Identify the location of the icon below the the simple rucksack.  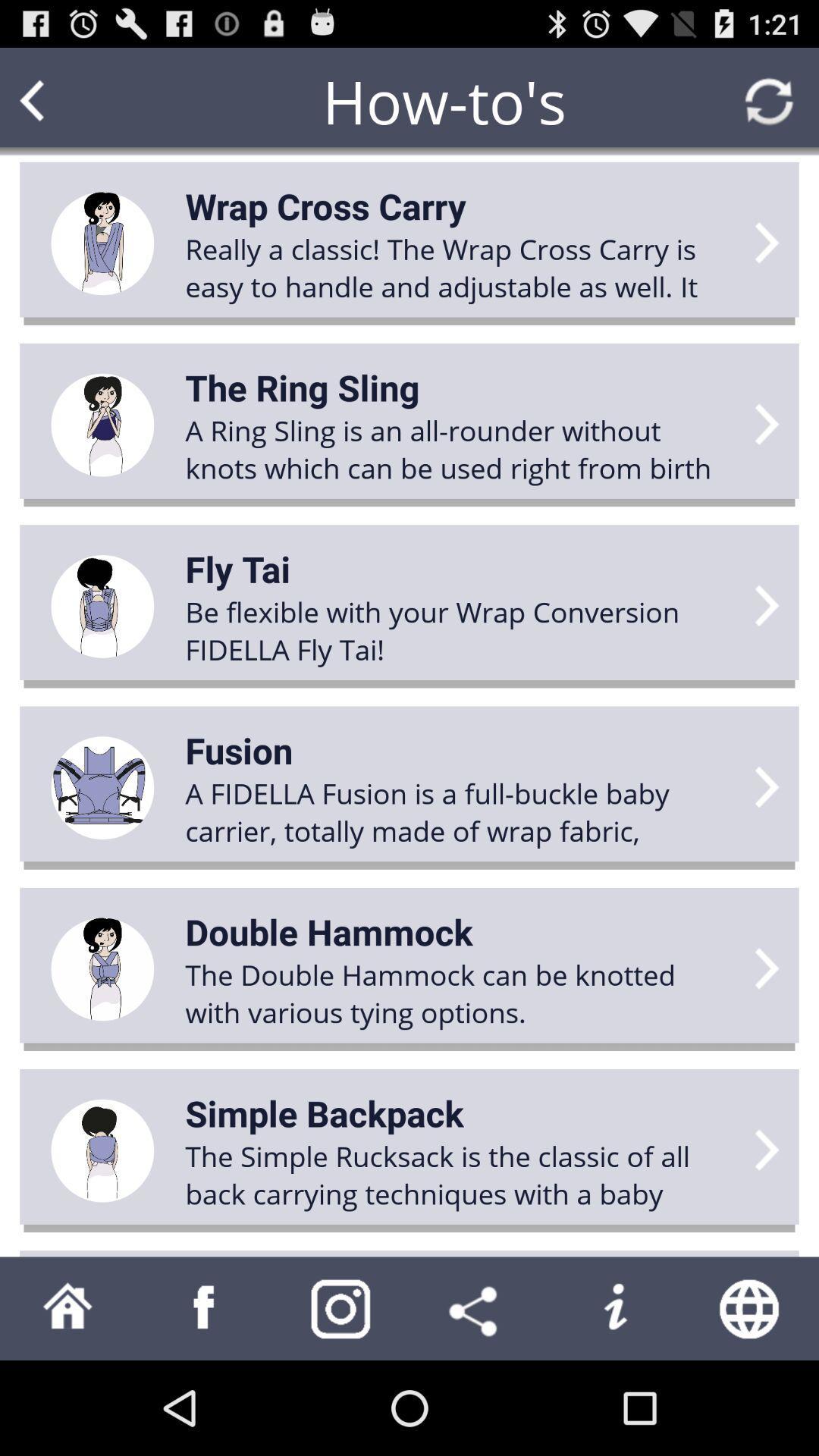
(341, 1307).